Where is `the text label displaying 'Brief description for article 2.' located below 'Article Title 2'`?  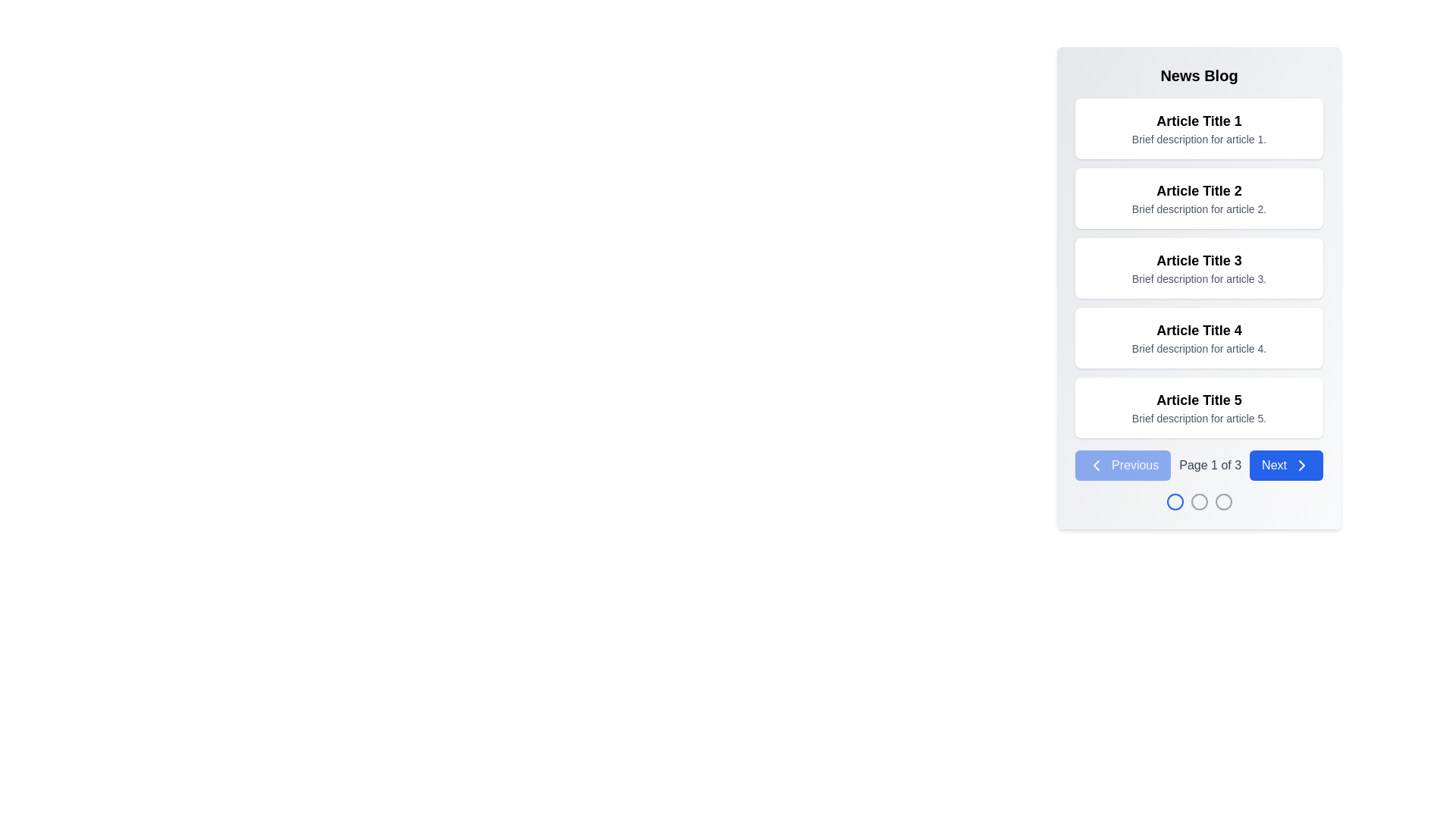 the text label displaying 'Brief description for article 2.' located below 'Article Title 2' is located at coordinates (1198, 209).